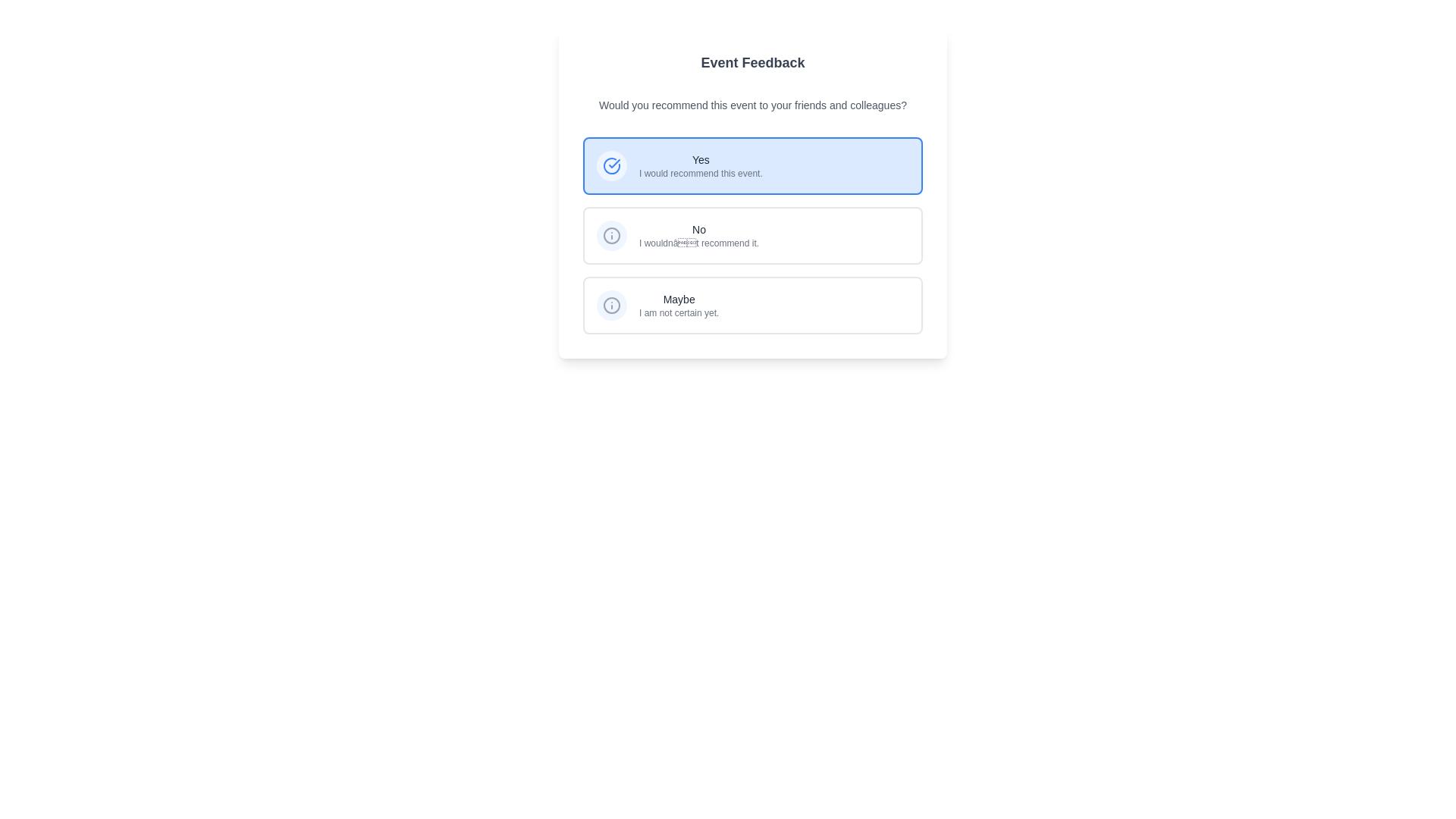  I want to click on the 'Yes' option icon in the Event Feedback survey, which indicates selection of the 'Yes' feedback, so click(611, 166).